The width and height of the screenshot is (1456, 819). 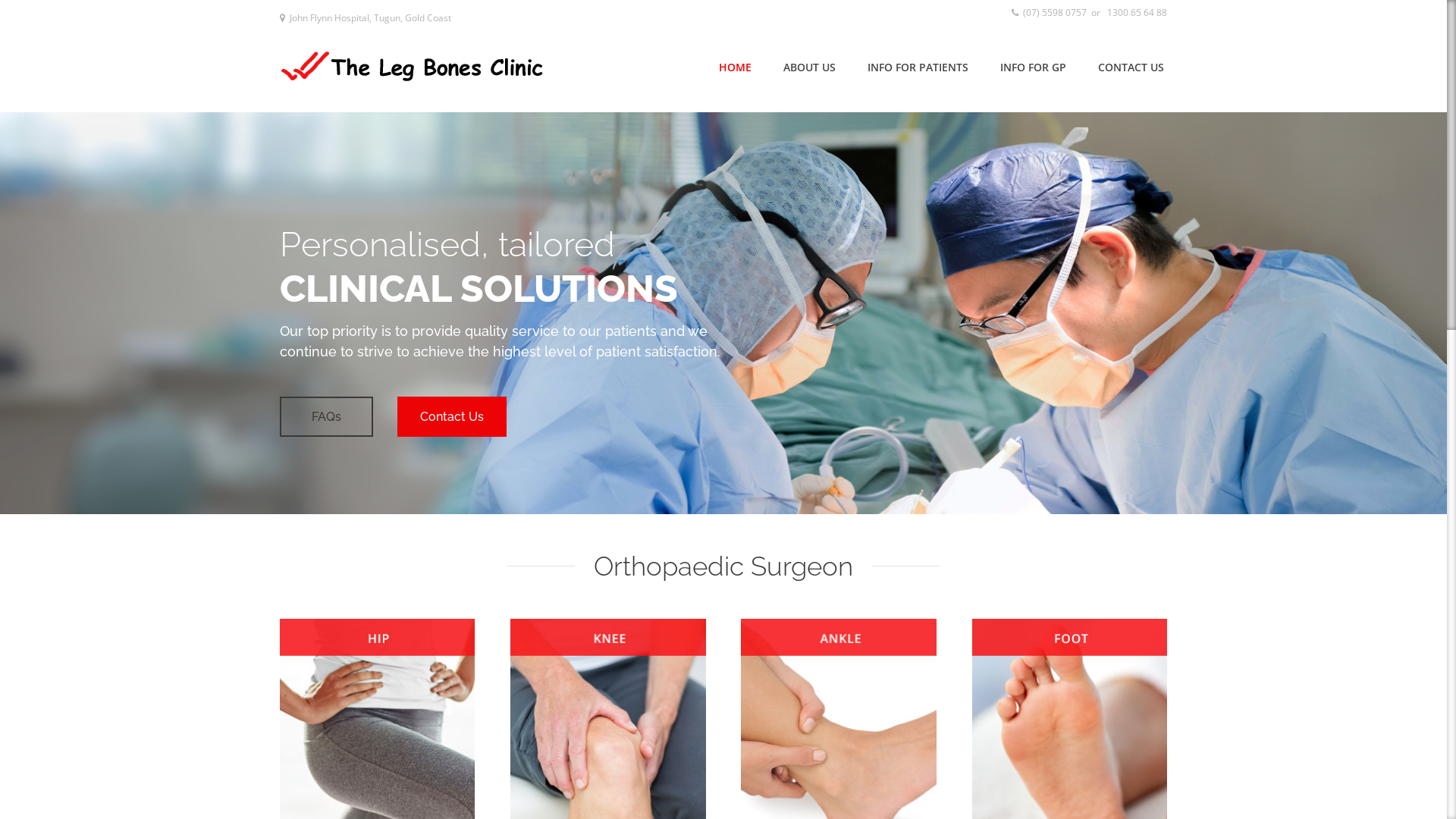 I want to click on '  John Flynn Hospital, Tugun, Gold Coast', so click(x=365, y=17).